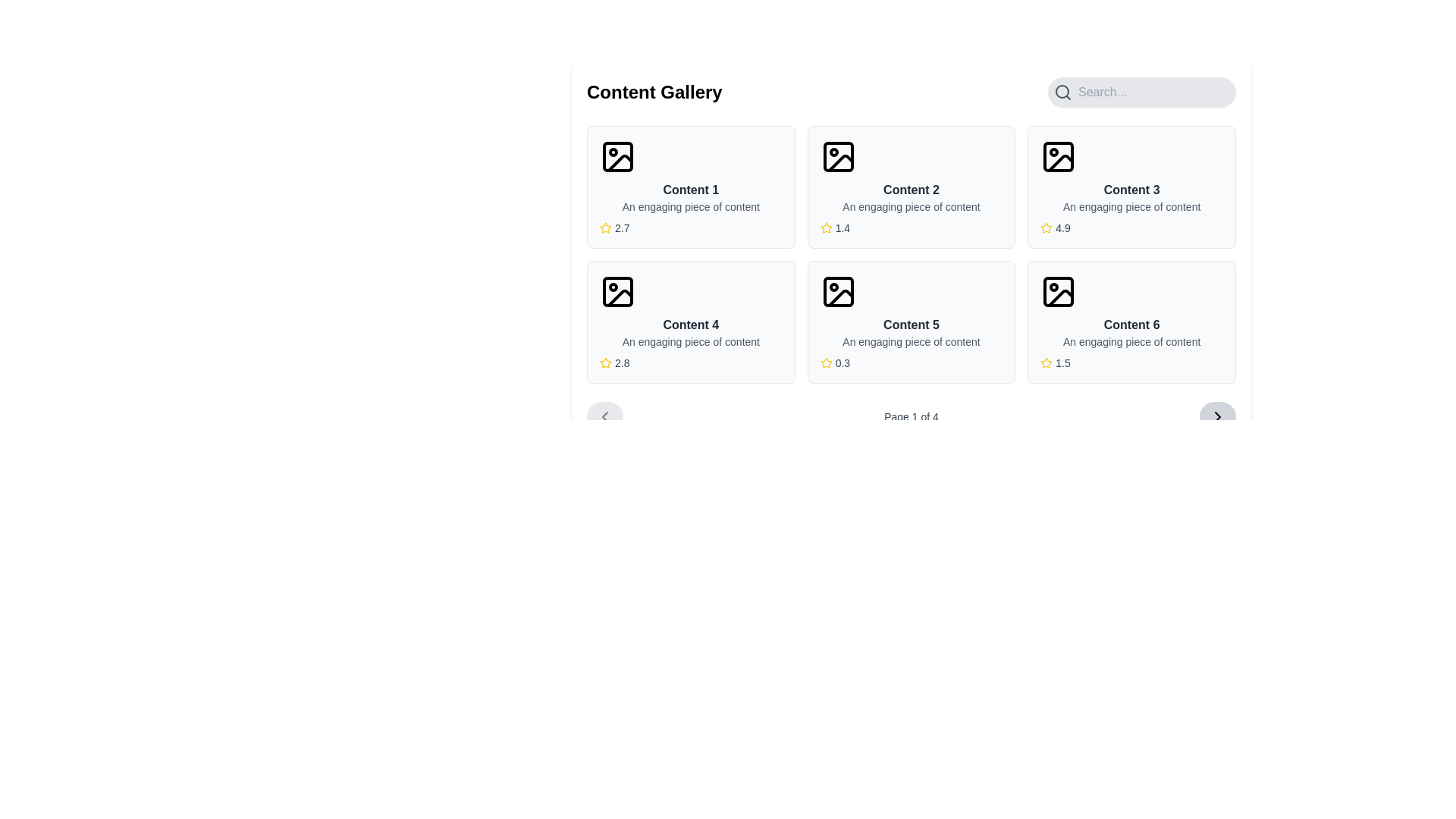 Image resolution: width=1456 pixels, height=819 pixels. Describe the element at coordinates (622, 362) in the screenshot. I see `the Static Text element displaying the rating value '2.8' located to the right of the yellow star icon in the content tile labeled 'Content 4'` at that location.